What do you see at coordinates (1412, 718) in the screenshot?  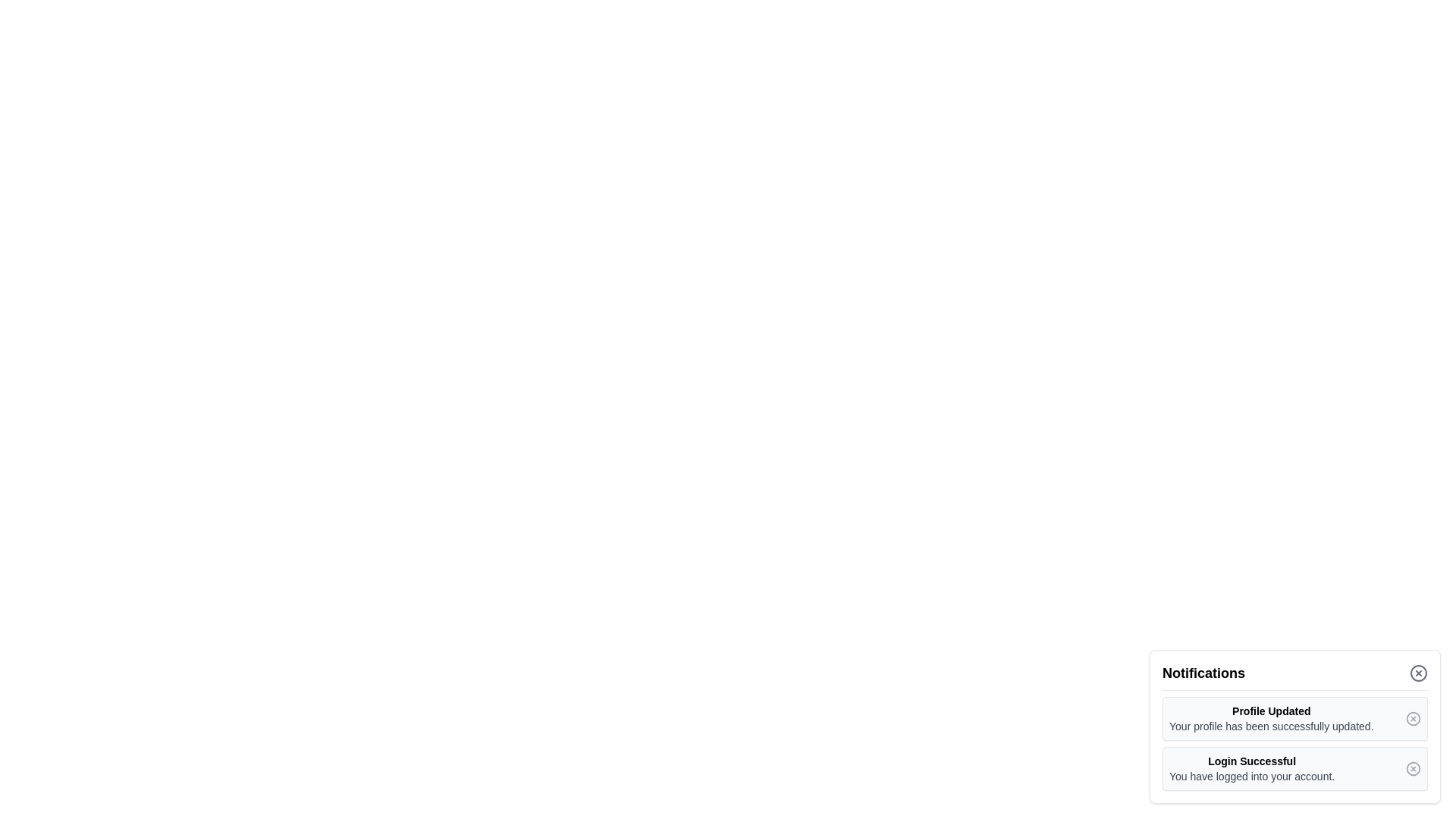 I see `the dismiss button located in the upper-right corner of the 'Profile Updated.' notification card to close the notification` at bounding box center [1412, 718].